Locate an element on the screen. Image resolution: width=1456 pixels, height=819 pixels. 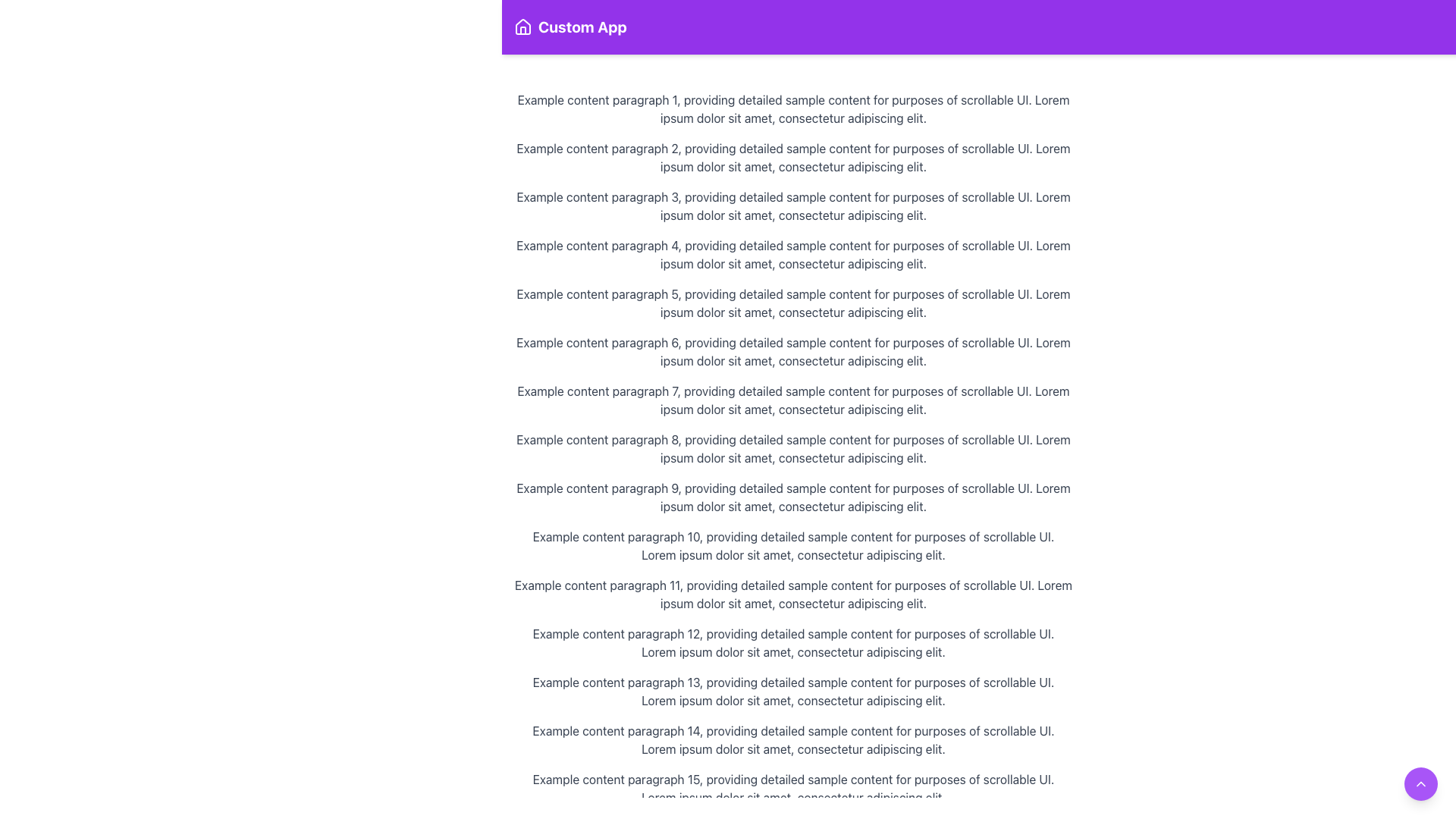
the upward arrow icon within the circular purple button at the bottom-right corner to get visual feedback is located at coordinates (1420, 783).